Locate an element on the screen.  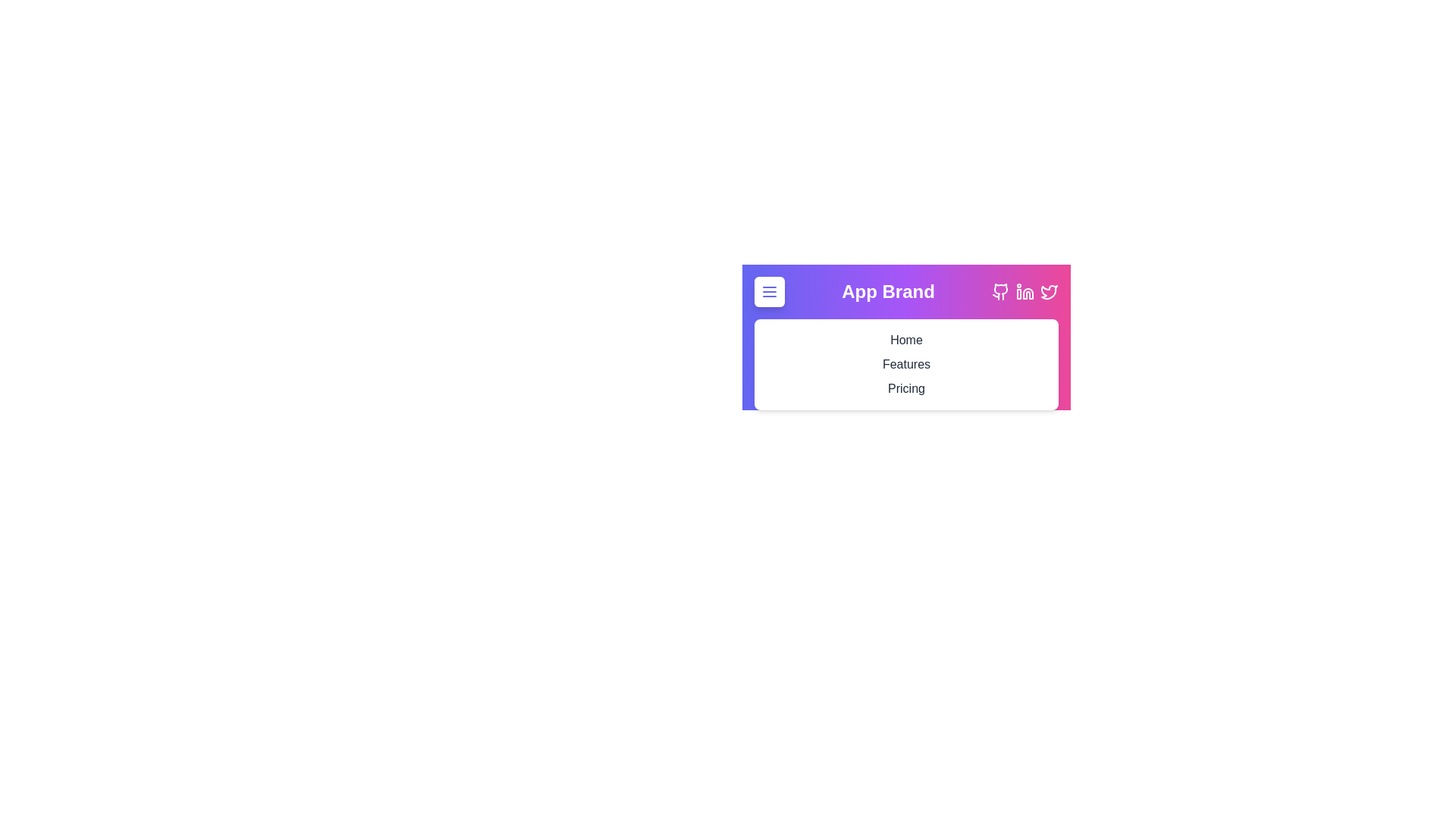
the brand title 'App Brand' is located at coordinates (888, 292).